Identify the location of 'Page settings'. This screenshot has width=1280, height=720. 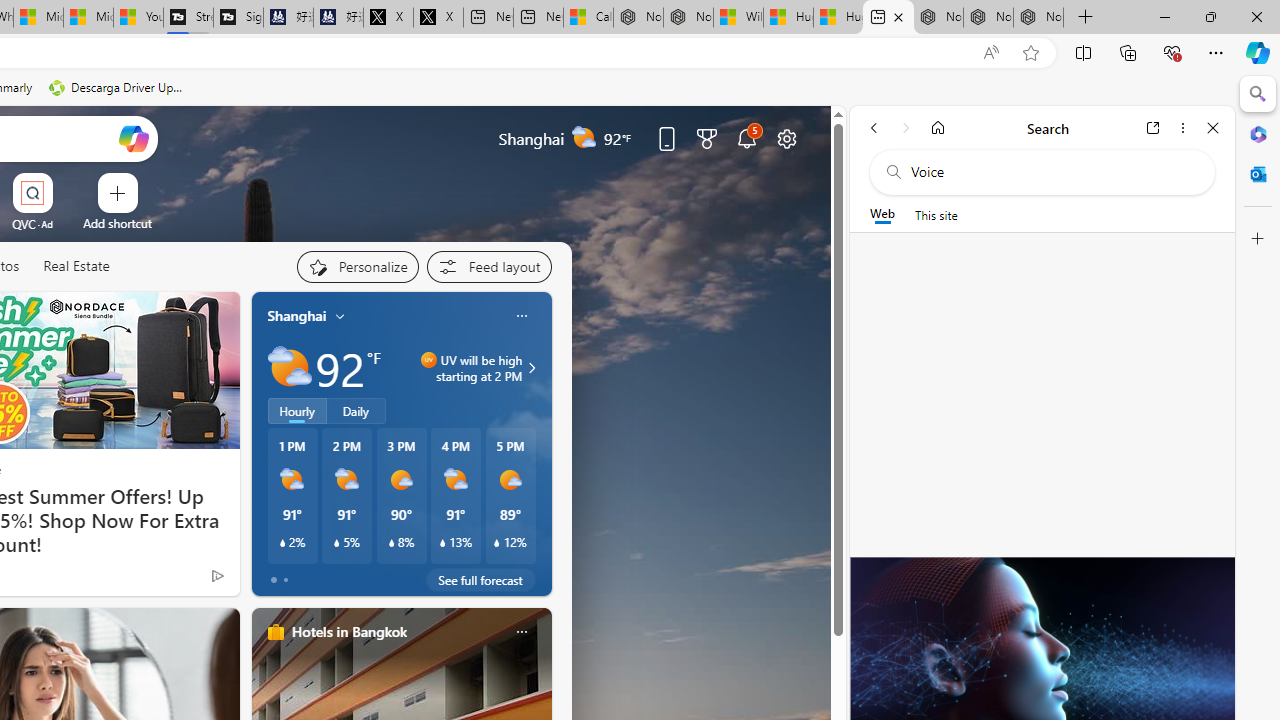
(785, 137).